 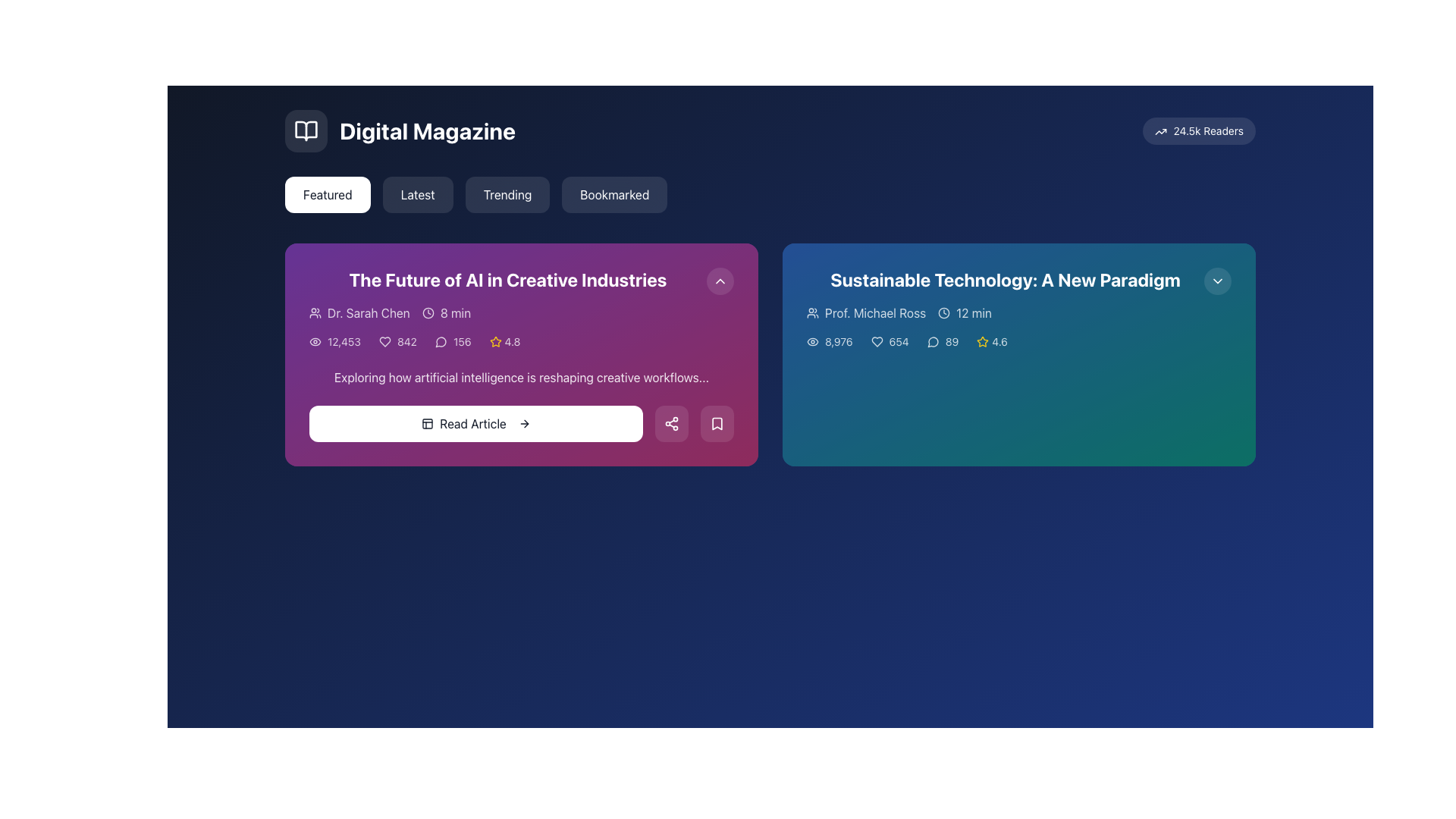 What do you see at coordinates (890, 342) in the screenshot?
I see `number of likes displayed in the text label located below the title 'Sustainable Technology: A New Paradigm' in the rightmost card of the interface, which is the third element in the row after '8,976' and a heart icon` at bounding box center [890, 342].